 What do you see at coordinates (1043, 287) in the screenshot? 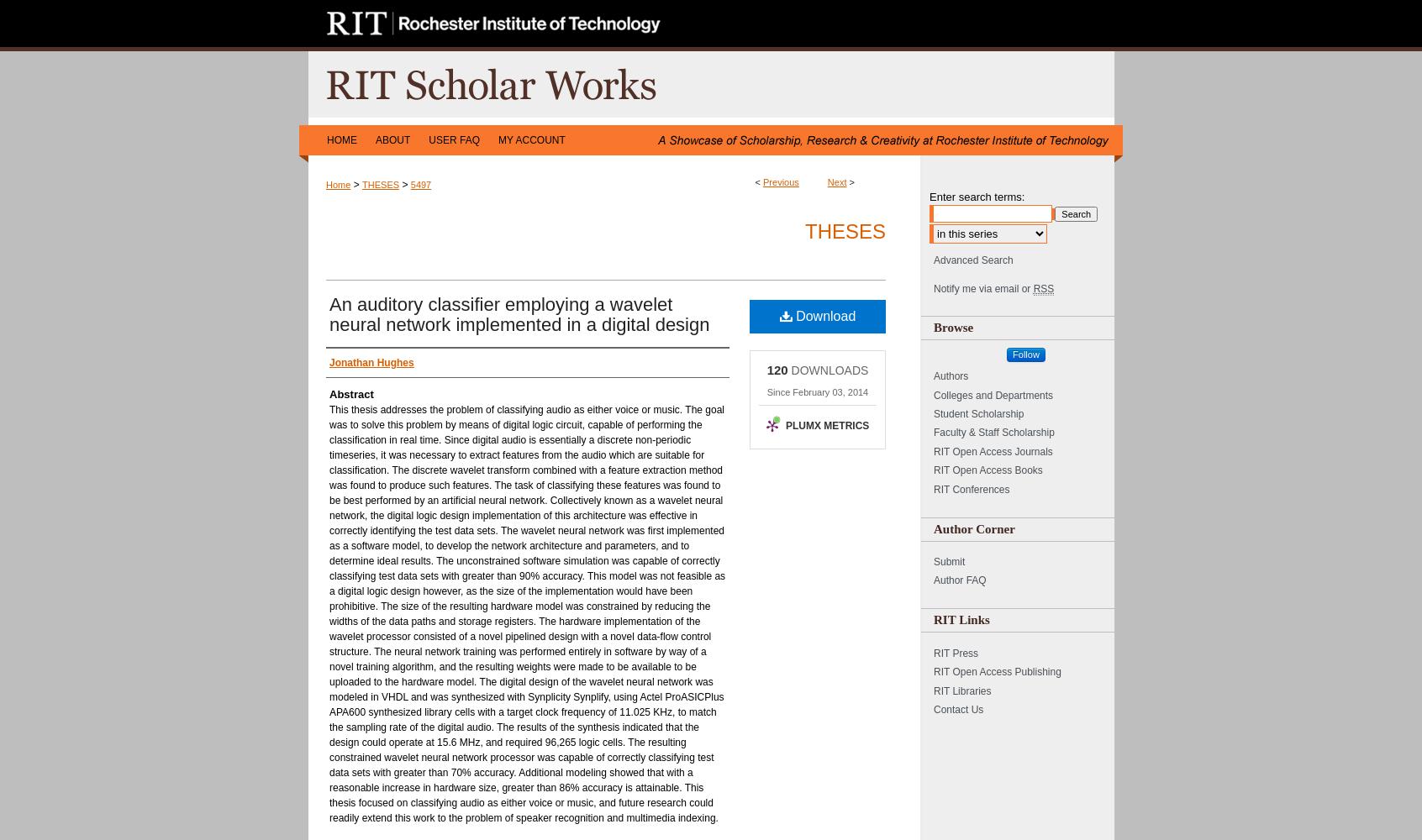
I see `'RSS'` at bounding box center [1043, 287].